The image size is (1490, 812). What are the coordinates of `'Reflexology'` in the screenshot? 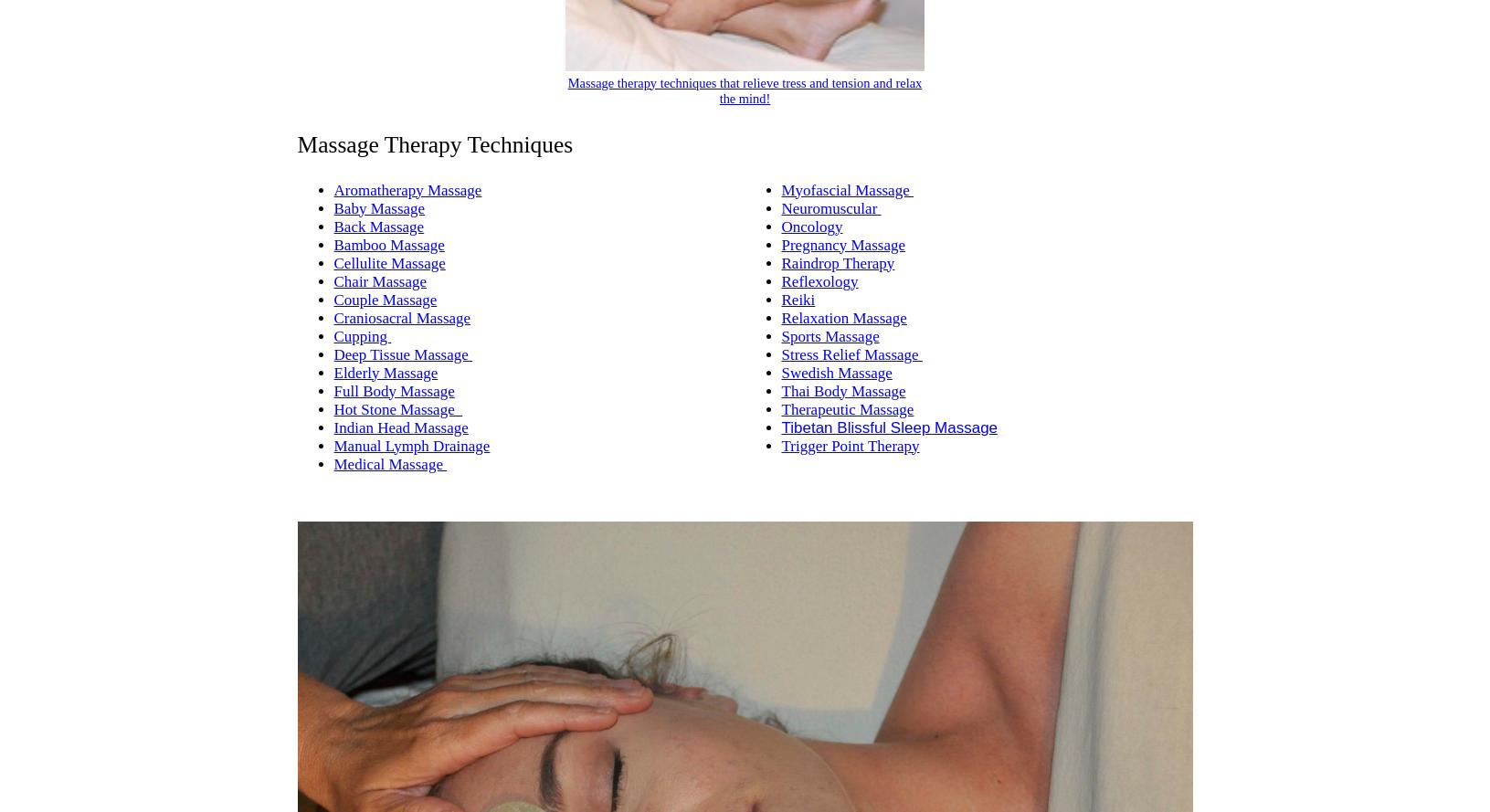 It's located at (780, 280).